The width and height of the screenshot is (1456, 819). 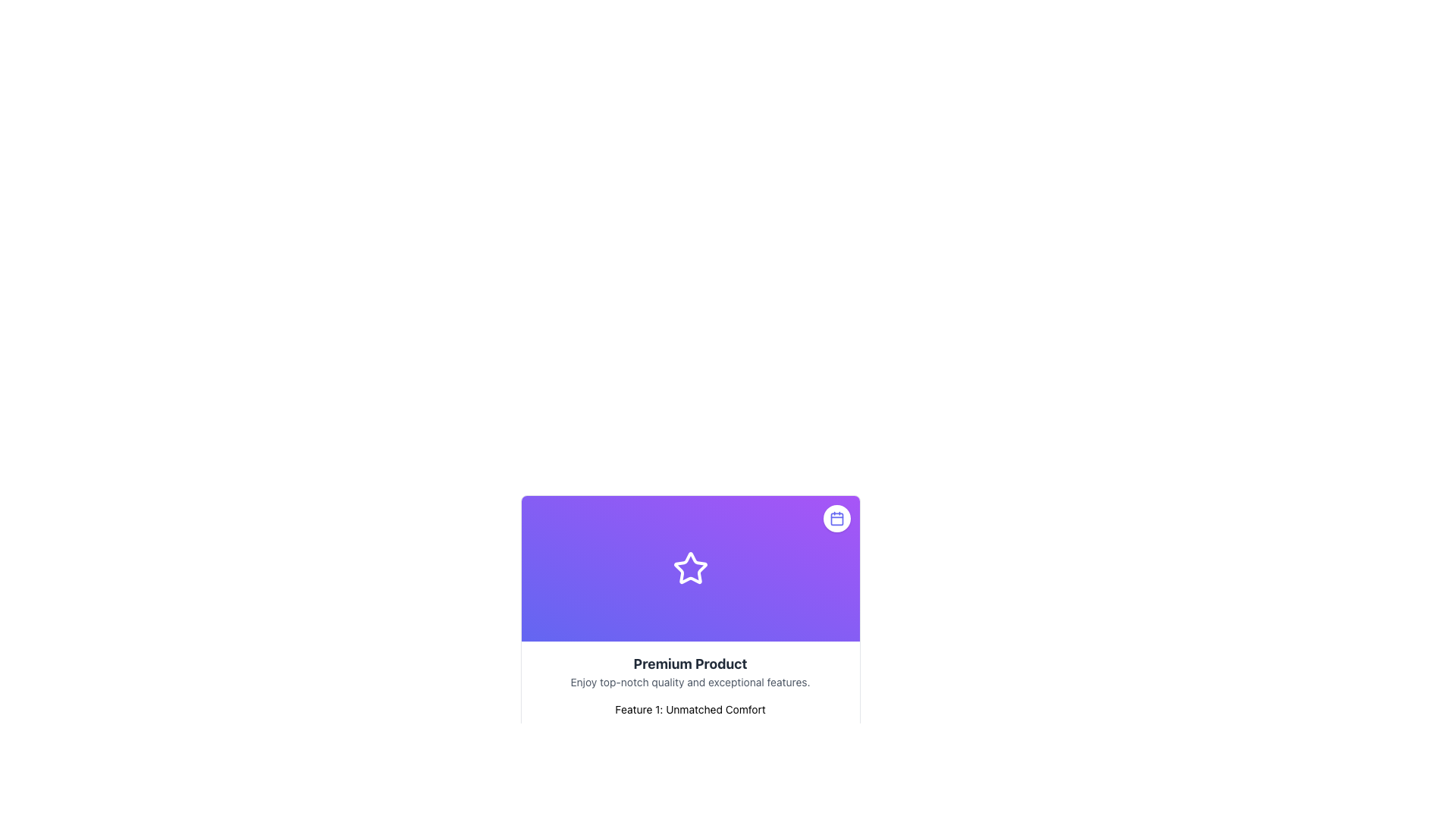 I want to click on the decorative shape within the calendar icon located at the top-right corner of the purple gradient background card, which enhances the visual representation of the icon, so click(x=836, y=518).